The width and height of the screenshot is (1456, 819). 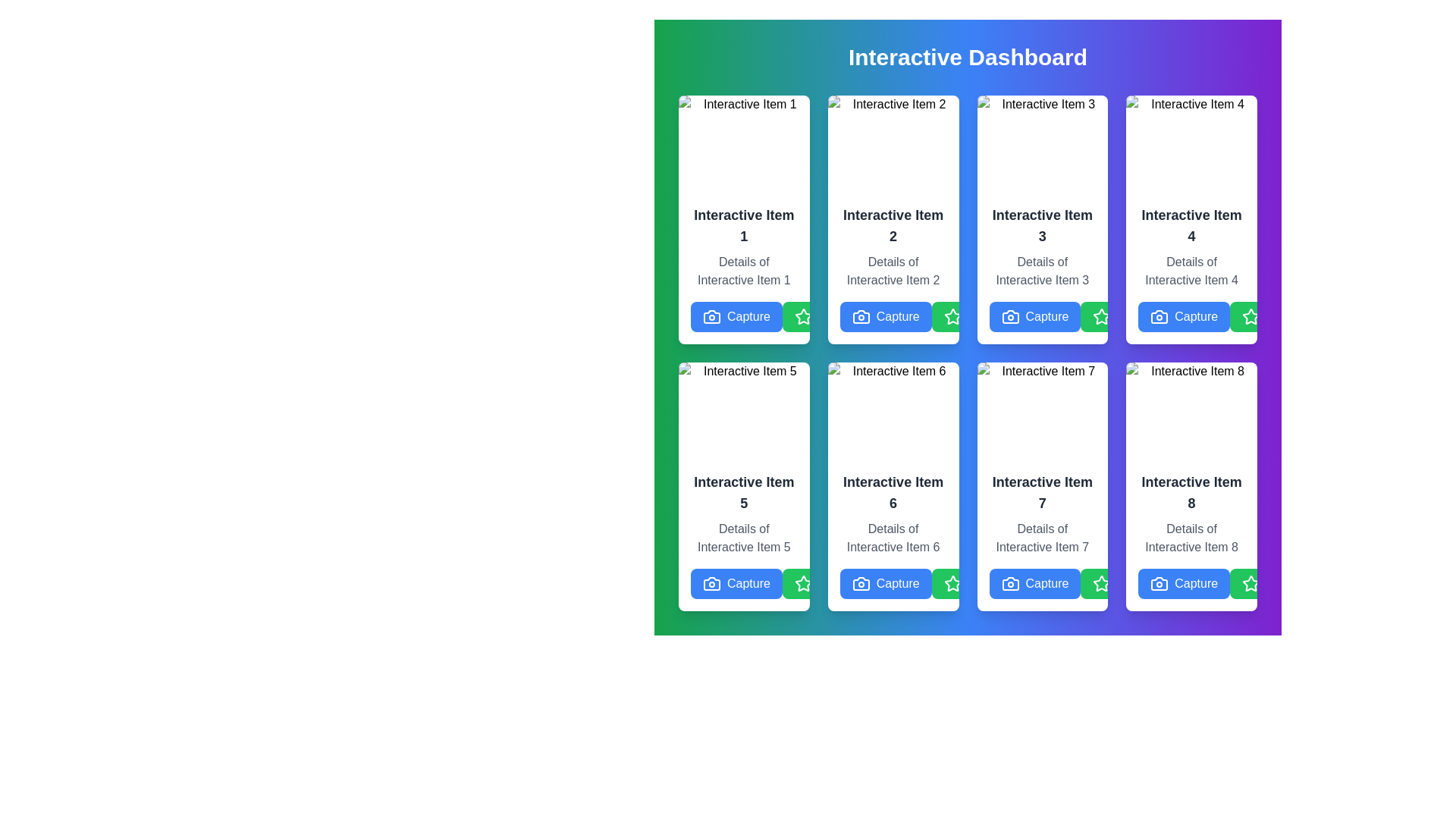 What do you see at coordinates (1191, 225) in the screenshot?
I see `the text label titled 'Interactive Item 4' located in the fourth card of the interactive grid, positioned above the subtitle 'Details of Interactive Item 4'` at bounding box center [1191, 225].